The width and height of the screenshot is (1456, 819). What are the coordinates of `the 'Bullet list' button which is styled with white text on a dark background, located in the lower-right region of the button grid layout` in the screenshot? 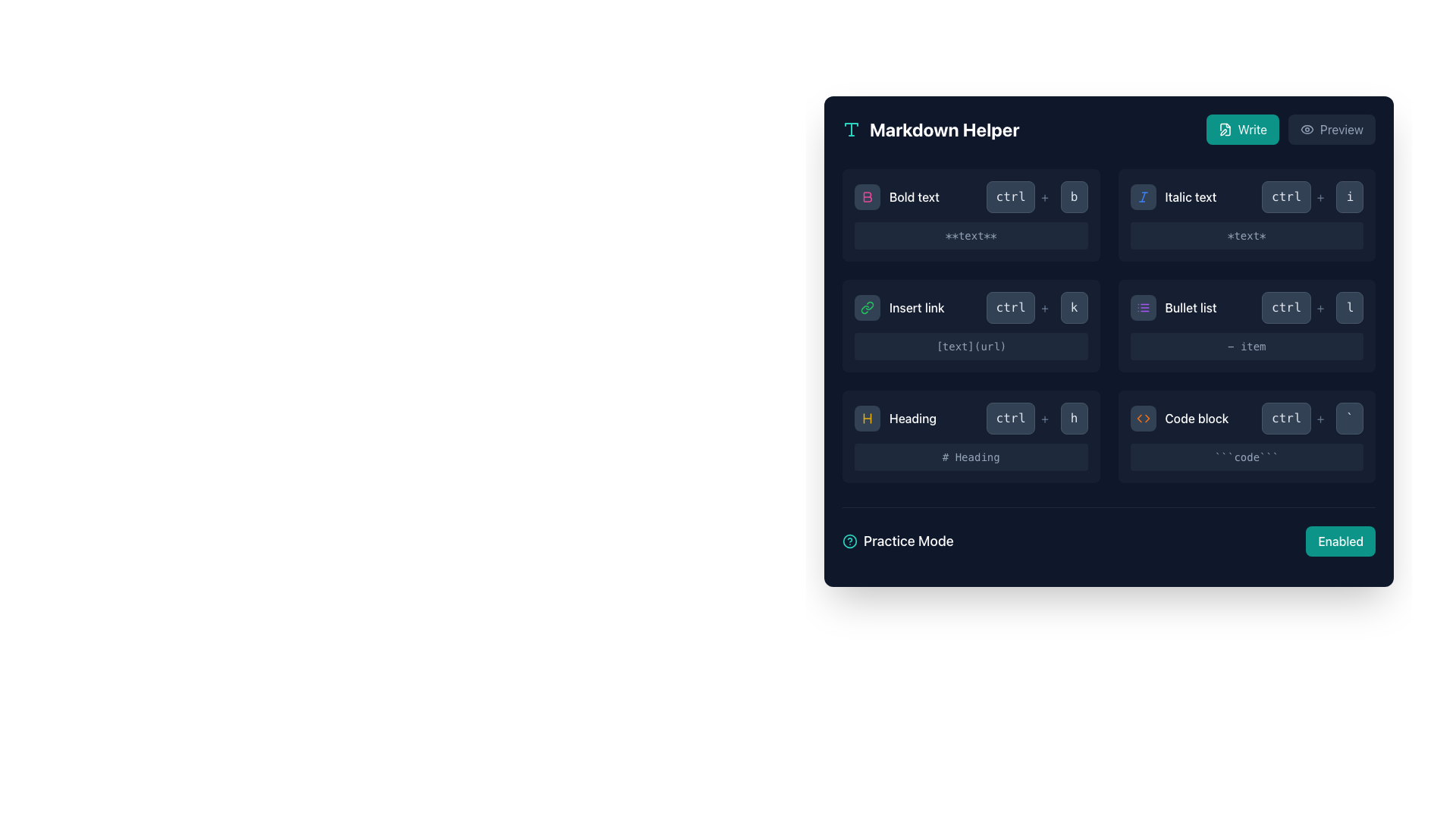 It's located at (1190, 307).